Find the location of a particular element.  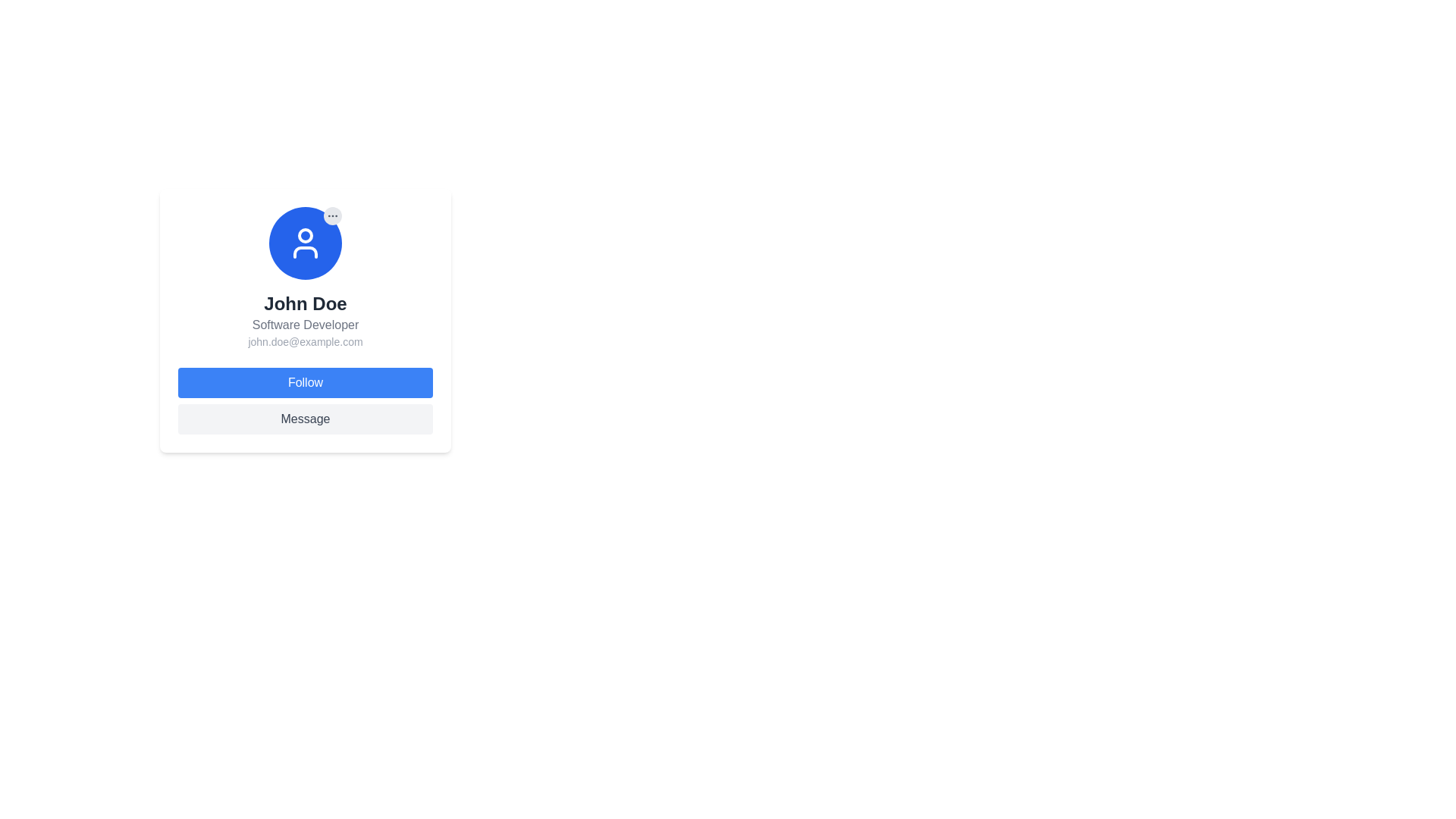

the user profile SVG icon located at the top center of the profile card, directly above the name 'John Doe' is located at coordinates (305, 242).